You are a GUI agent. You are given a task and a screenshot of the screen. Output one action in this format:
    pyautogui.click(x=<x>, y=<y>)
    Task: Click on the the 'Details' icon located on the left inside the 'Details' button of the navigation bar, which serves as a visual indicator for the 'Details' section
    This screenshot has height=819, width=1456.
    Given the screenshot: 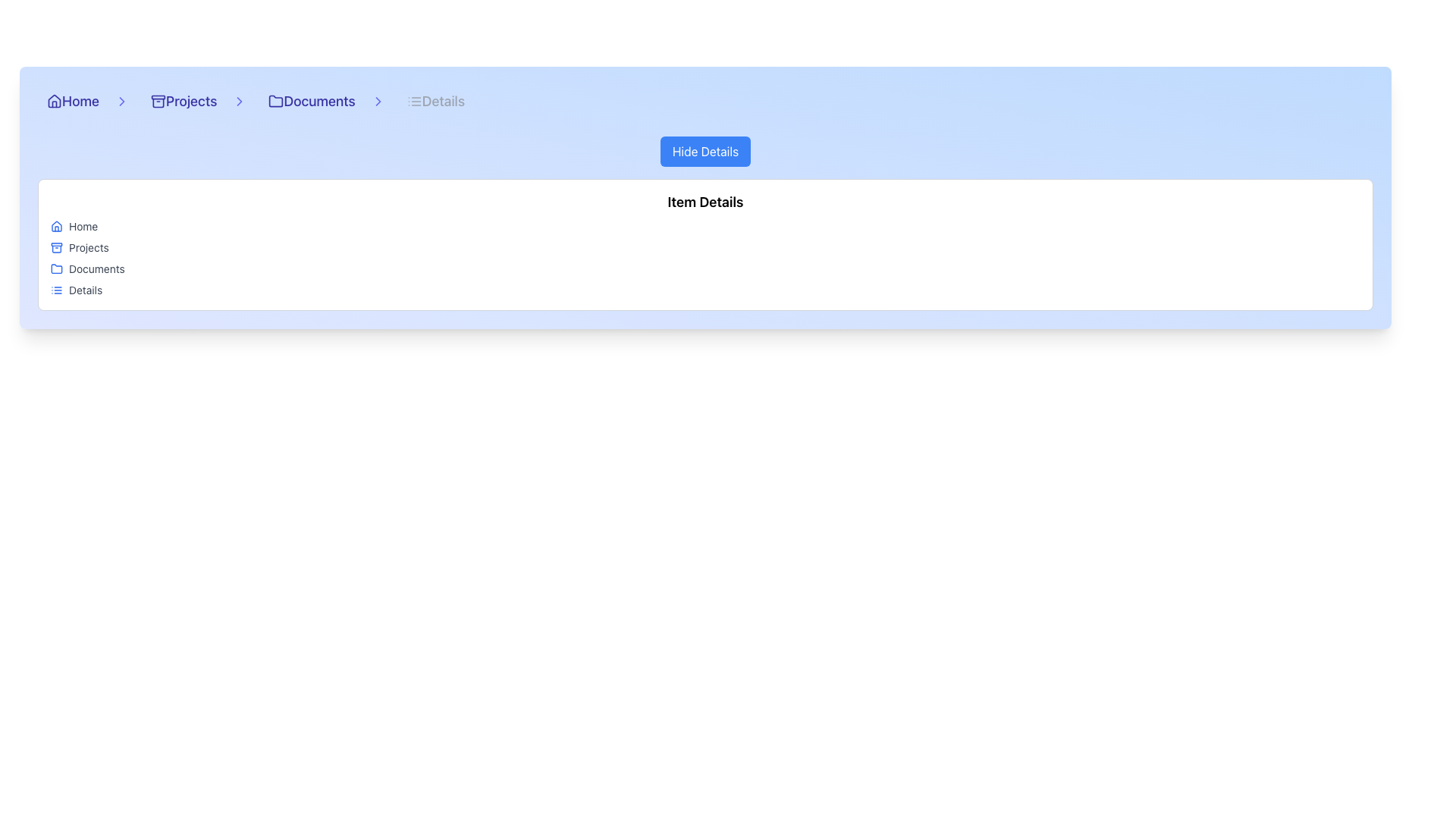 What is the action you would take?
    pyautogui.click(x=414, y=102)
    